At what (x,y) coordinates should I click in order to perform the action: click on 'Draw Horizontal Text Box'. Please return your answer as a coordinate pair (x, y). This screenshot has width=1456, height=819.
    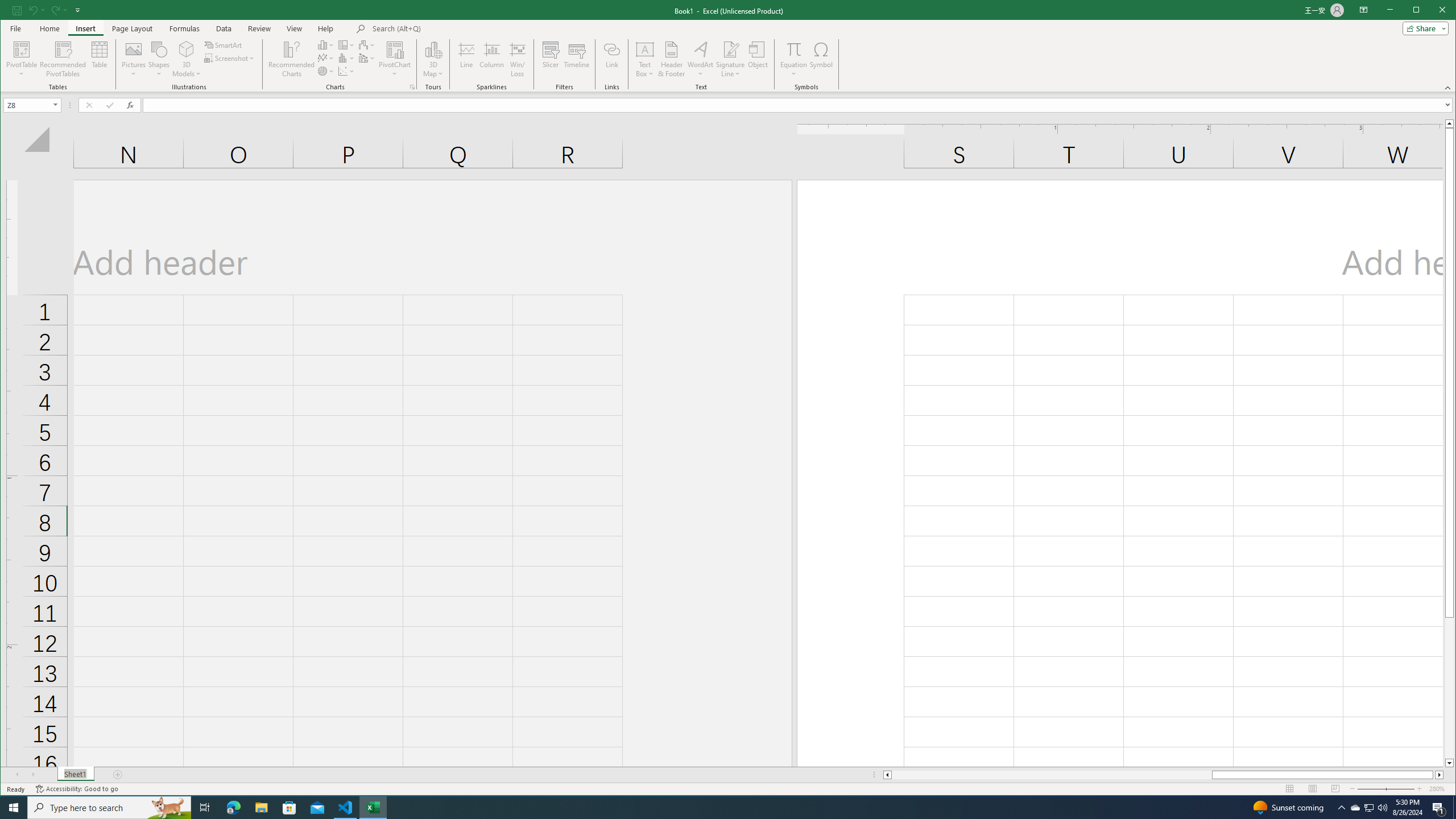
    Looking at the image, I should click on (644, 48).